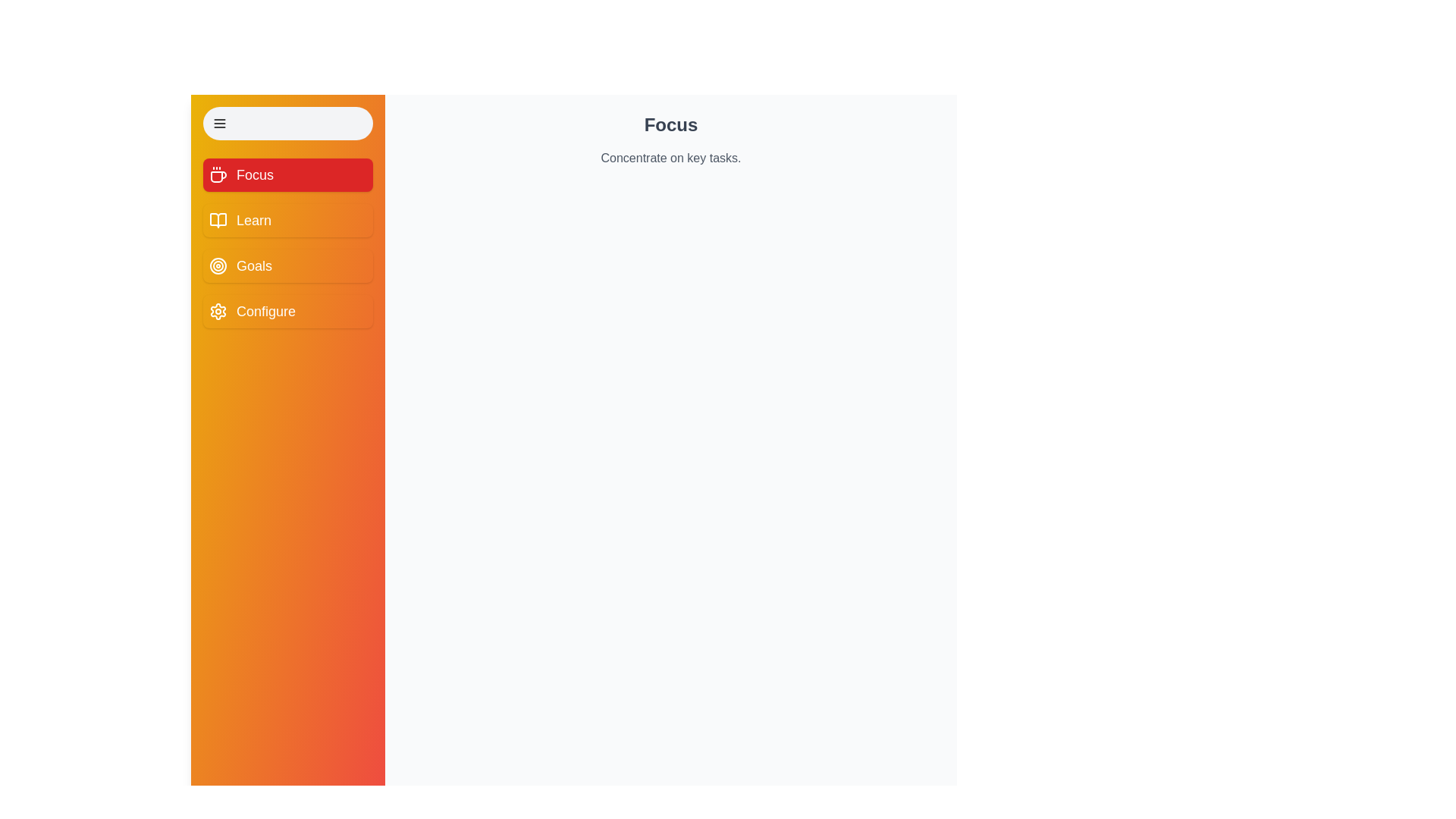 This screenshot has height=819, width=1456. I want to click on the menu item Goals to display its content, so click(287, 265).